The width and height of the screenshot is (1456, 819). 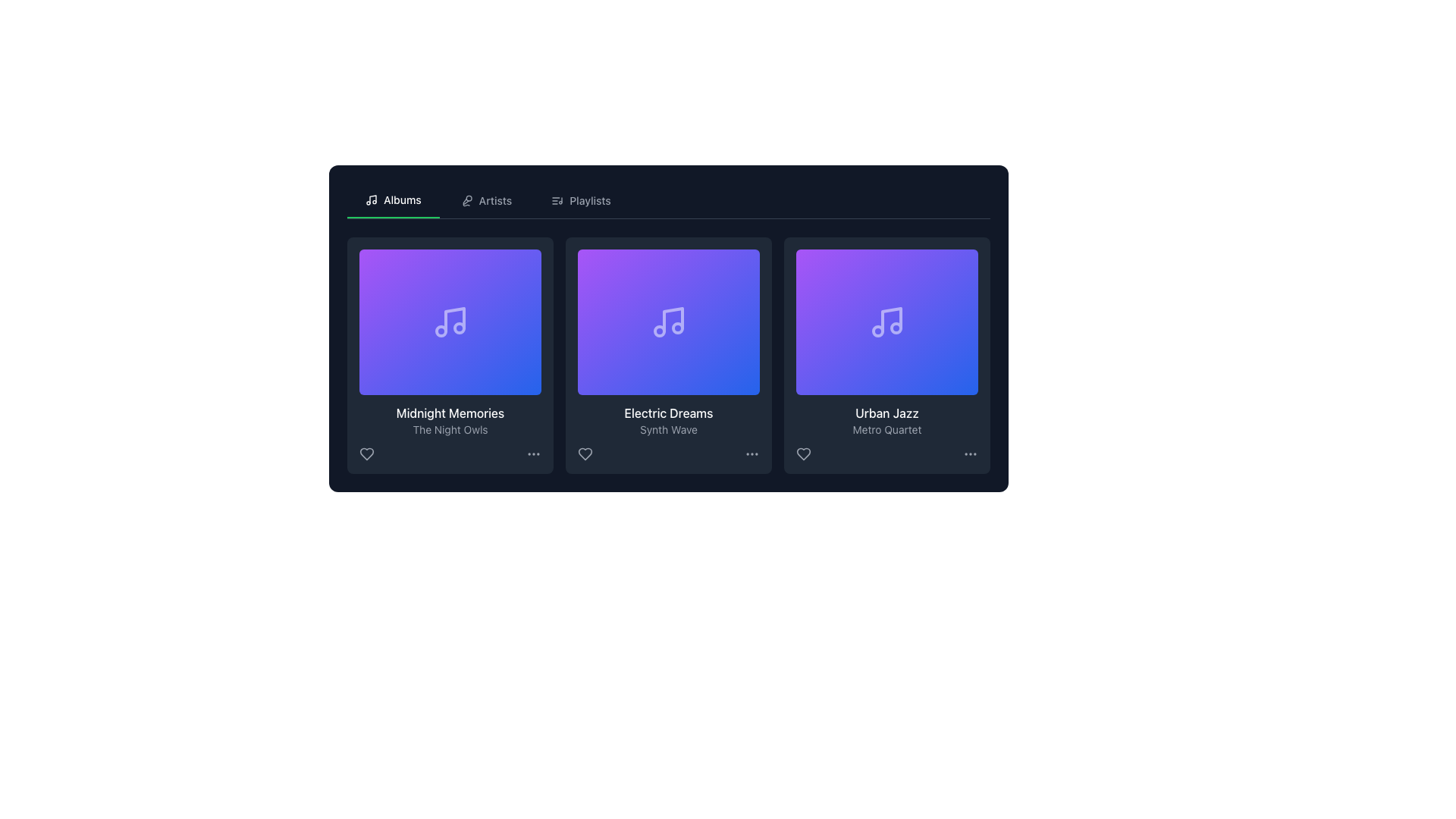 What do you see at coordinates (887, 356) in the screenshot?
I see `the A card component representing 'Urban Jazz' in the grid layout to trigger hover effects` at bounding box center [887, 356].